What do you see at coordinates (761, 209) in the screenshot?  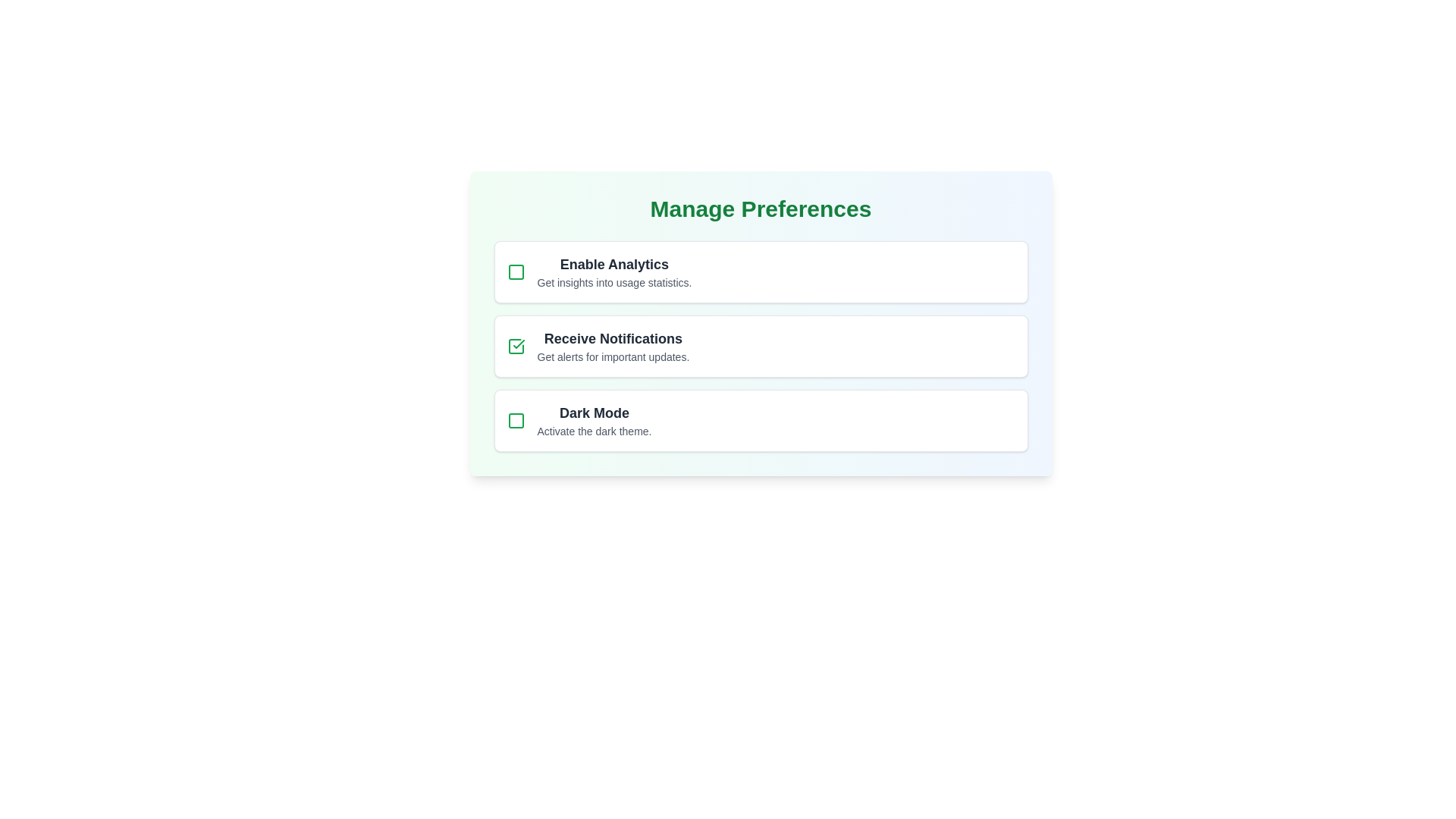 I see `the centered, bold, large-size text label displaying 'Manage Preferences' in green color, located at the upper part of a card-like section` at bounding box center [761, 209].